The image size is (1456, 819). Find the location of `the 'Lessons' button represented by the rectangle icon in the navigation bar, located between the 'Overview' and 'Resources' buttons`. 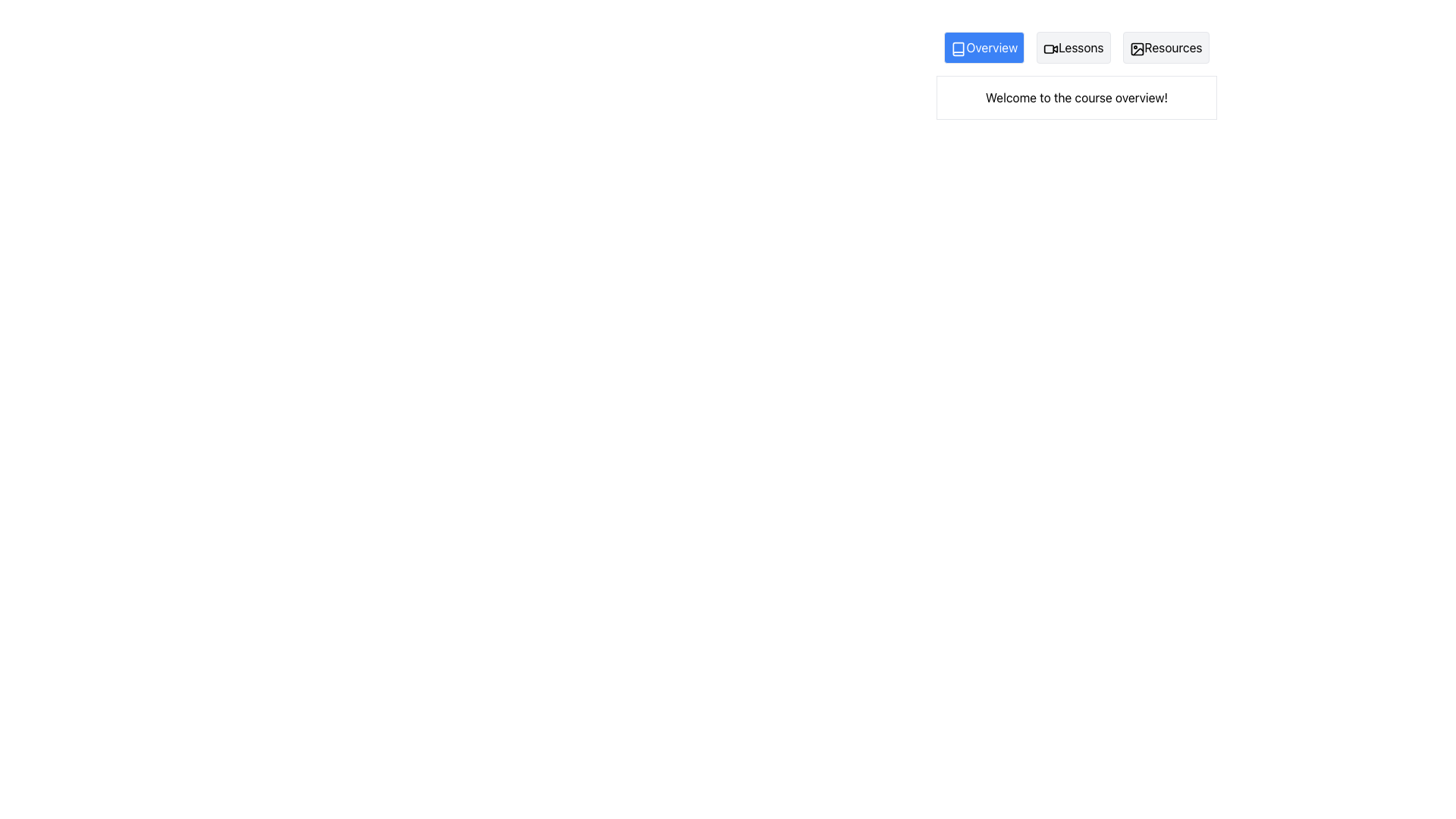

the 'Lessons' button represented by the rectangle icon in the navigation bar, located between the 'Overview' and 'Resources' buttons is located at coordinates (1048, 48).